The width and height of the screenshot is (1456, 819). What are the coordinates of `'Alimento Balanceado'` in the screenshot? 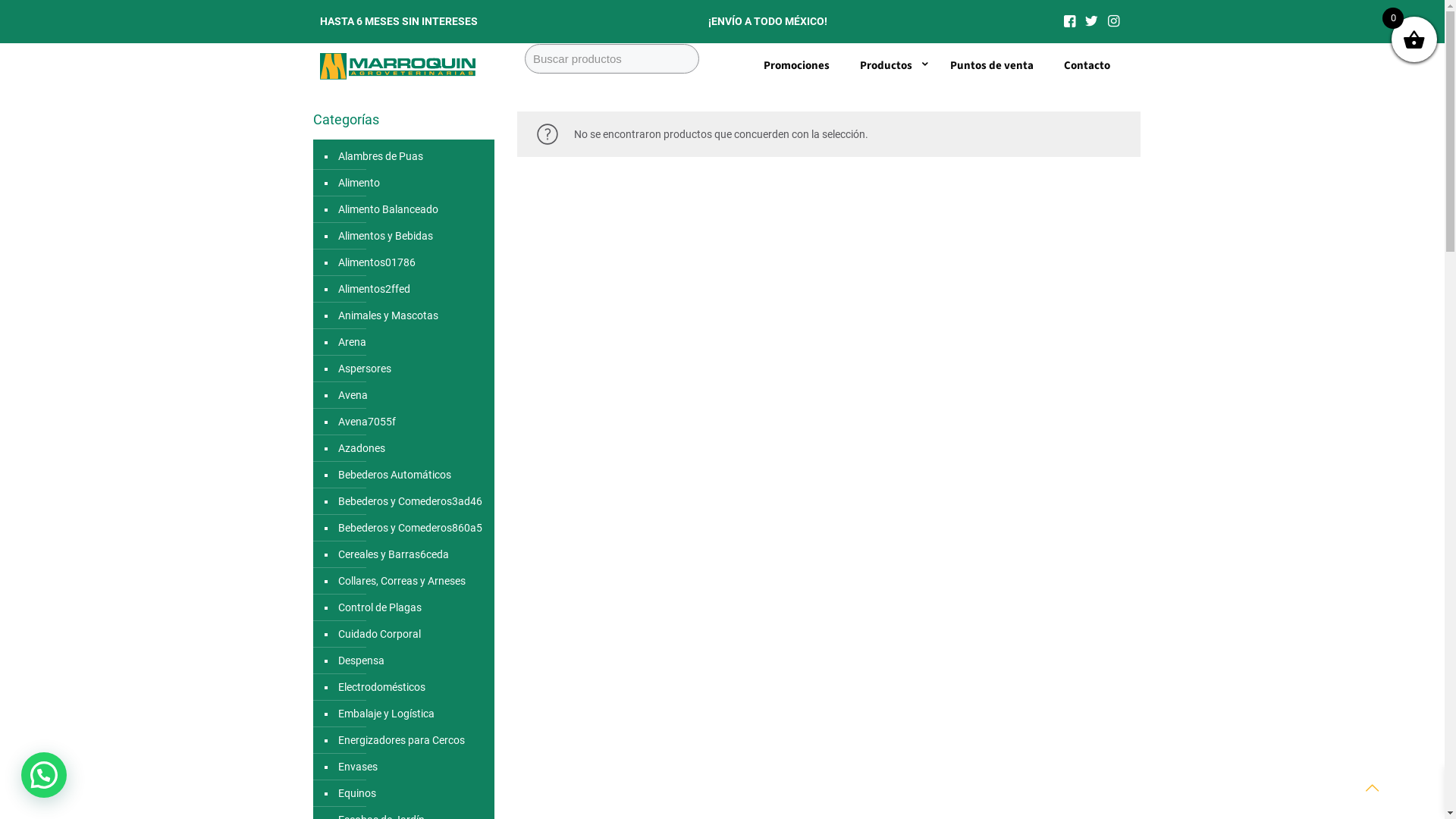 It's located at (334, 209).